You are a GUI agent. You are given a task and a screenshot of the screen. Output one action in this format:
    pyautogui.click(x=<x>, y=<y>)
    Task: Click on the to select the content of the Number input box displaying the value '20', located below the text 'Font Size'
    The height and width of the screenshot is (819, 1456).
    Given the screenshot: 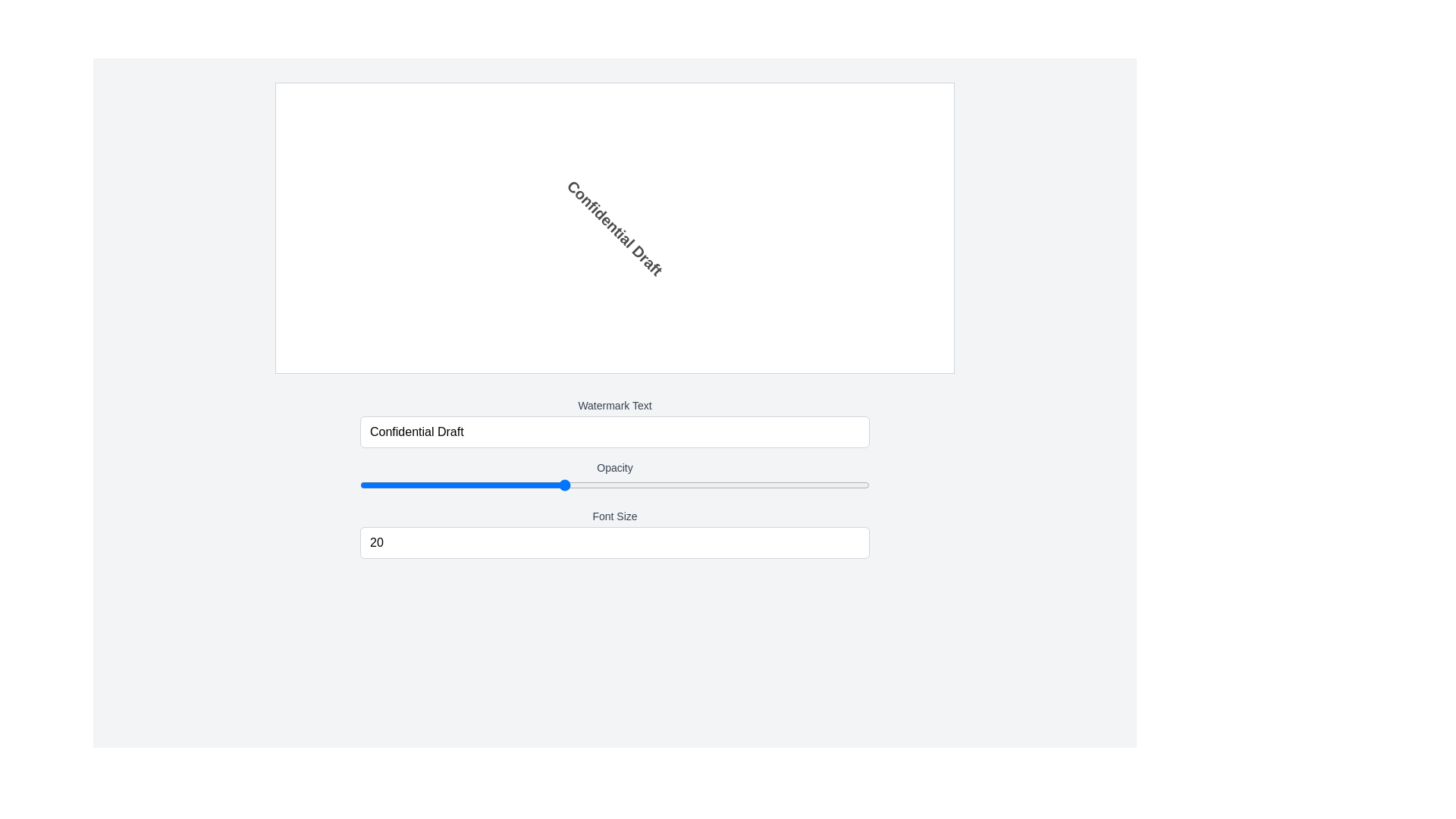 What is the action you would take?
    pyautogui.click(x=615, y=542)
    